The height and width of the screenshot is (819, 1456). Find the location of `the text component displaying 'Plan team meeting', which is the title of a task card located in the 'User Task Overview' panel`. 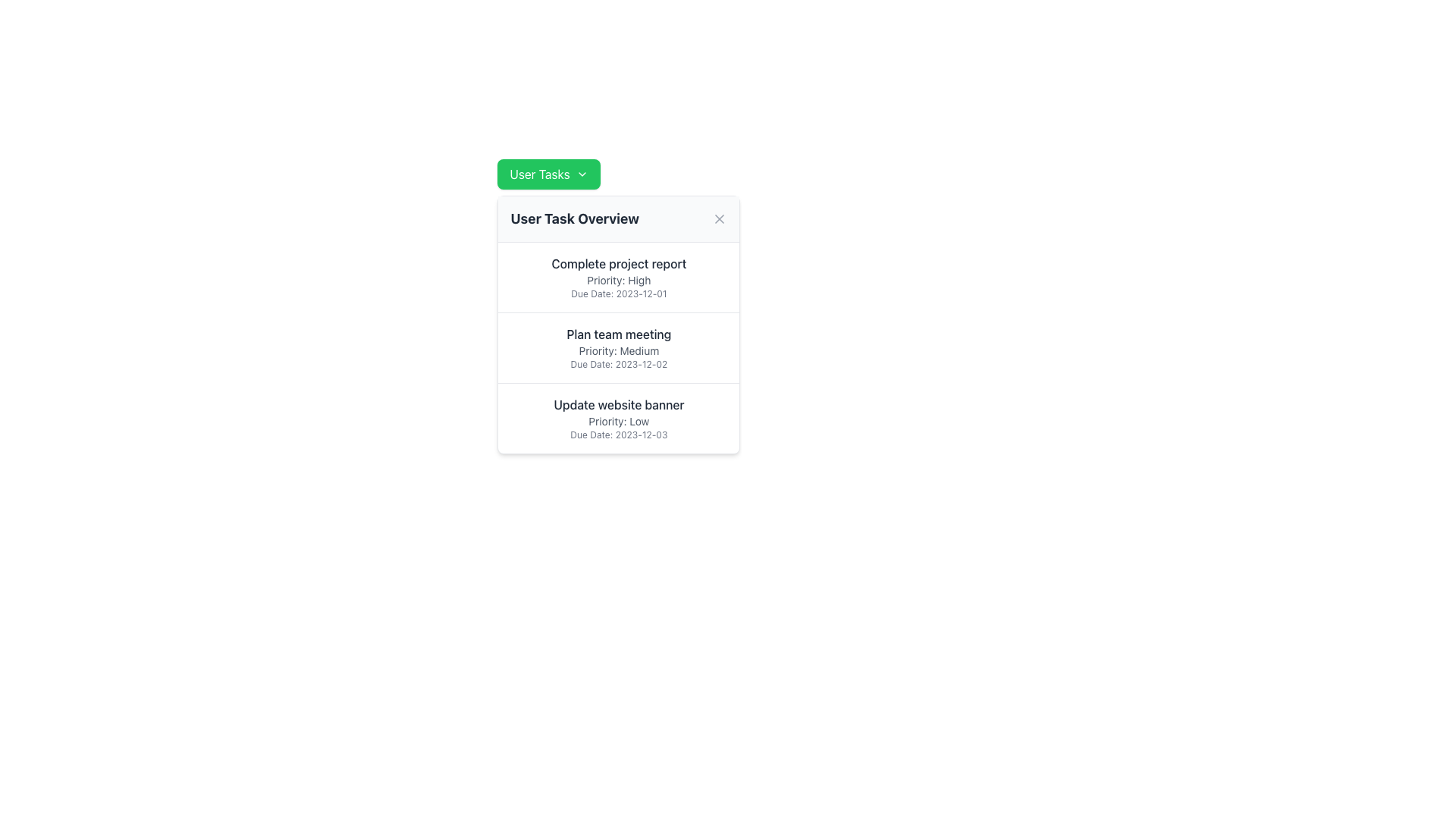

the text component displaying 'Plan team meeting', which is the title of a task card located in the 'User Task Overview' panel is located at coordinates (619, 333).